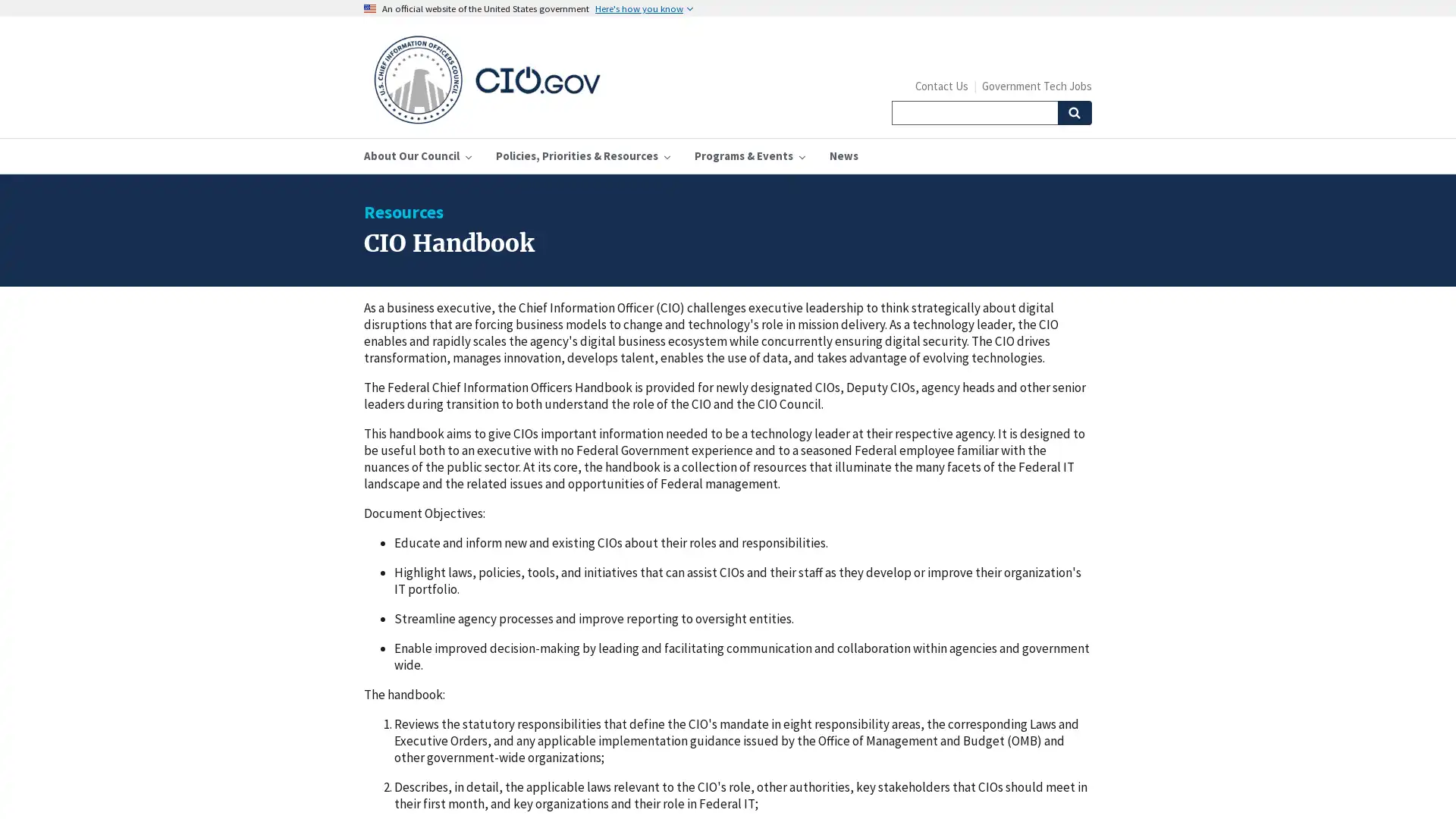 This screenshot has height=819, width=1456. Describe the element at coordinates (418, 155) in the screenshot. I see `About Our Council` at that location.